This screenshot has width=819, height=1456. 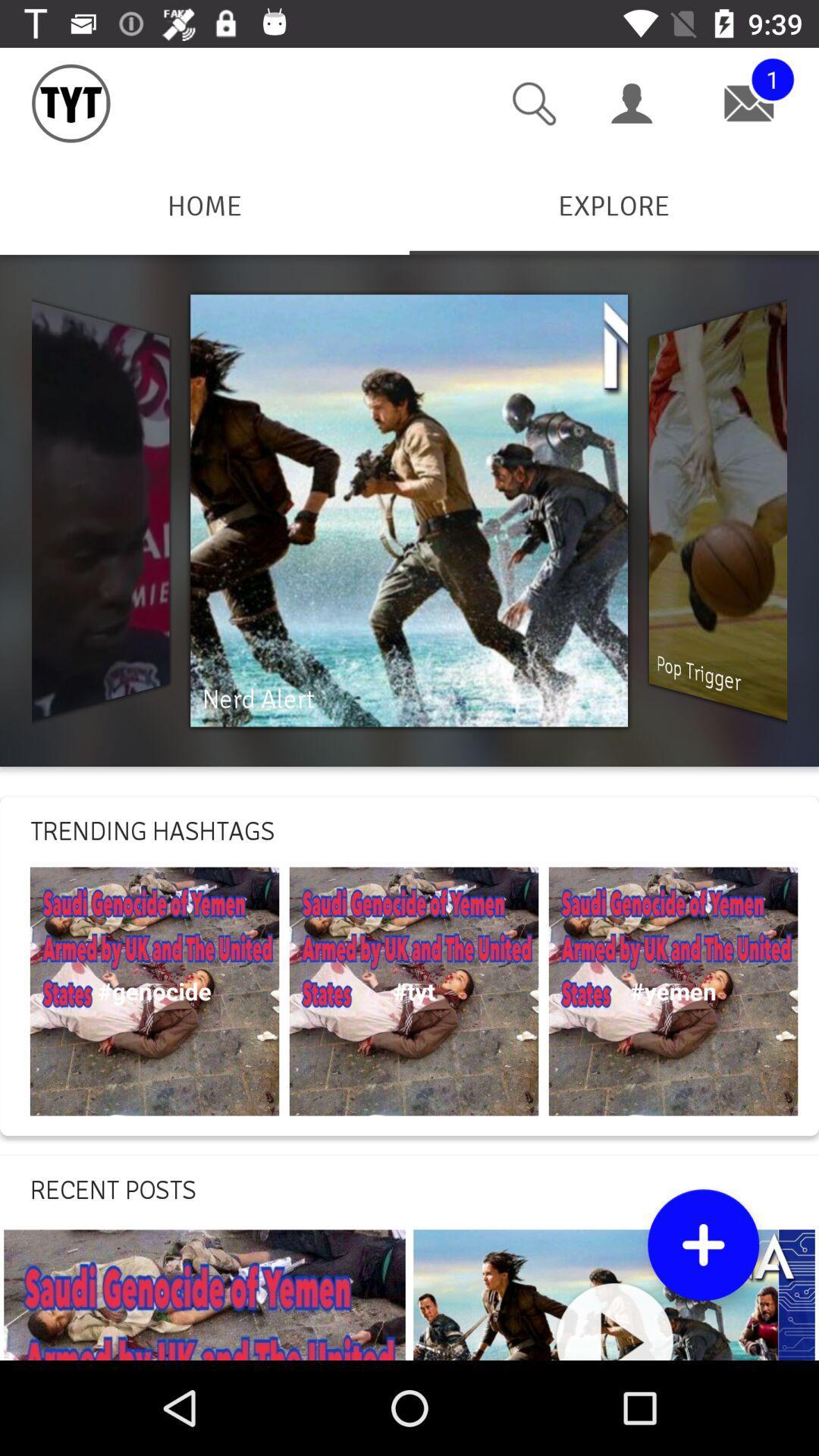 I want to click on the add icon, so click(x=703, y=1244).